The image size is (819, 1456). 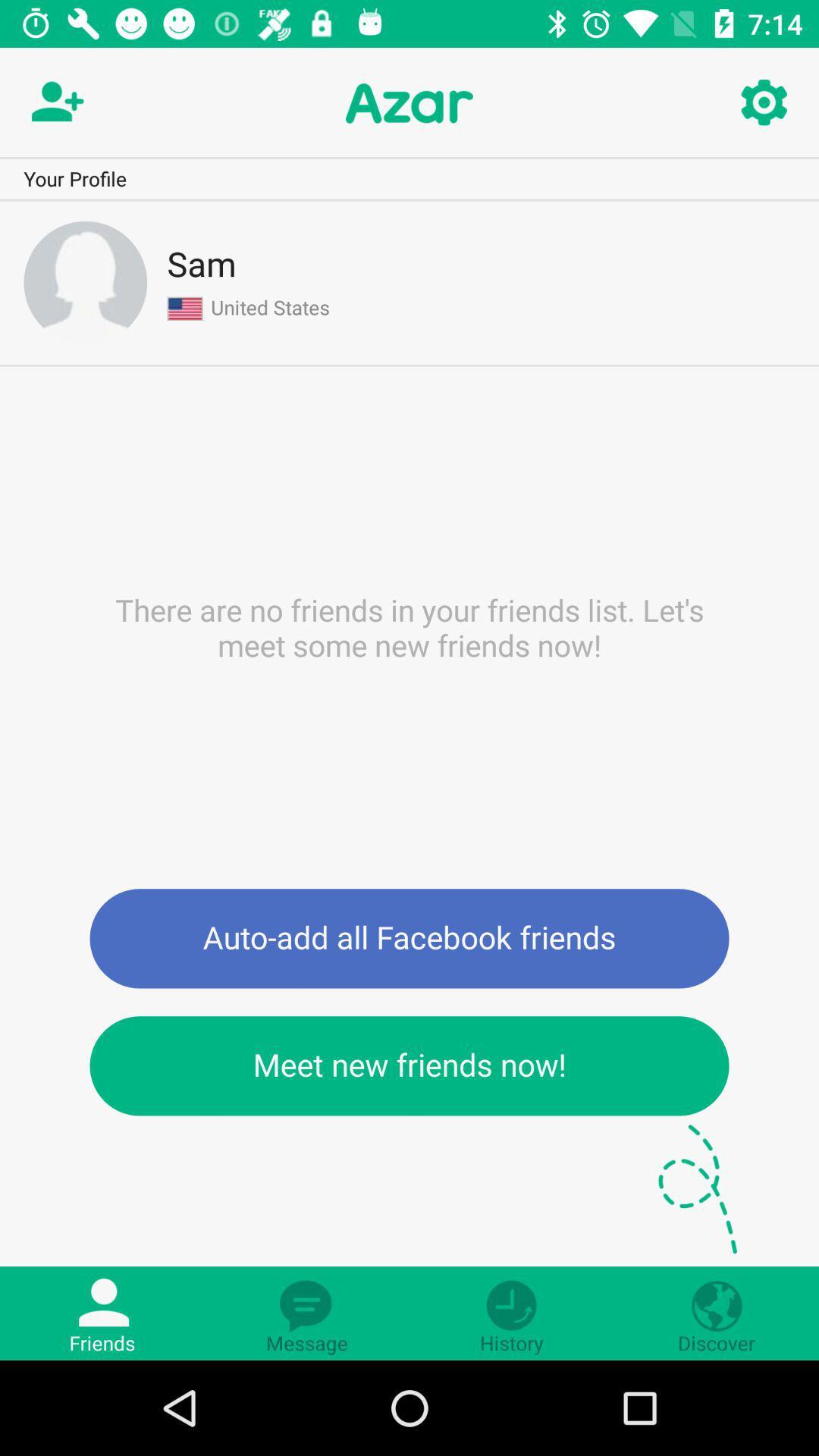 What do you see at coordinates (55, 102) in the screenshot?
I see `new contac` at bounding box center [55, 102].